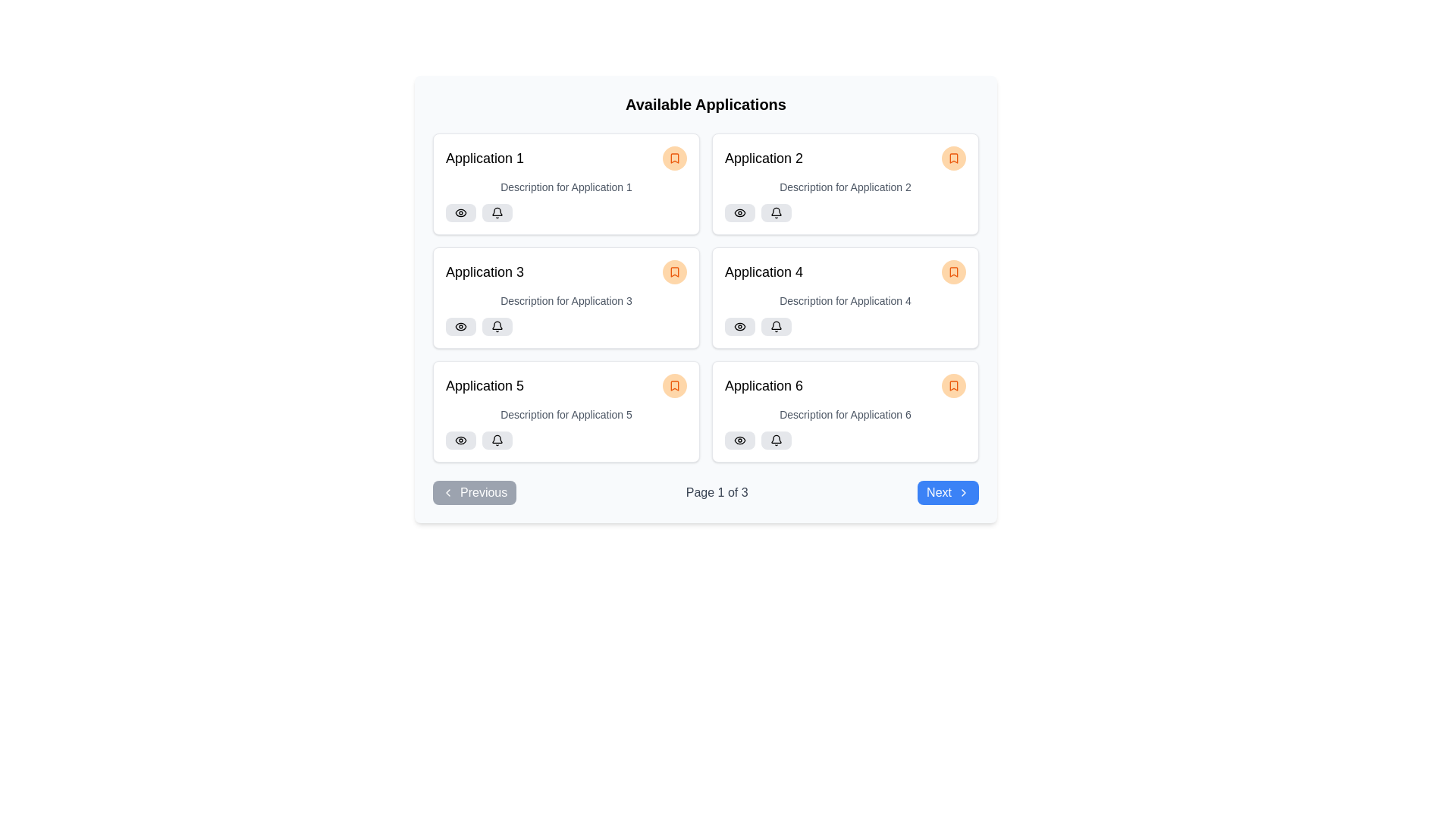  I want to click on the bookmarking button located to the right of the text 'Application 1' to bookmark the associated item, so click(673, 158).